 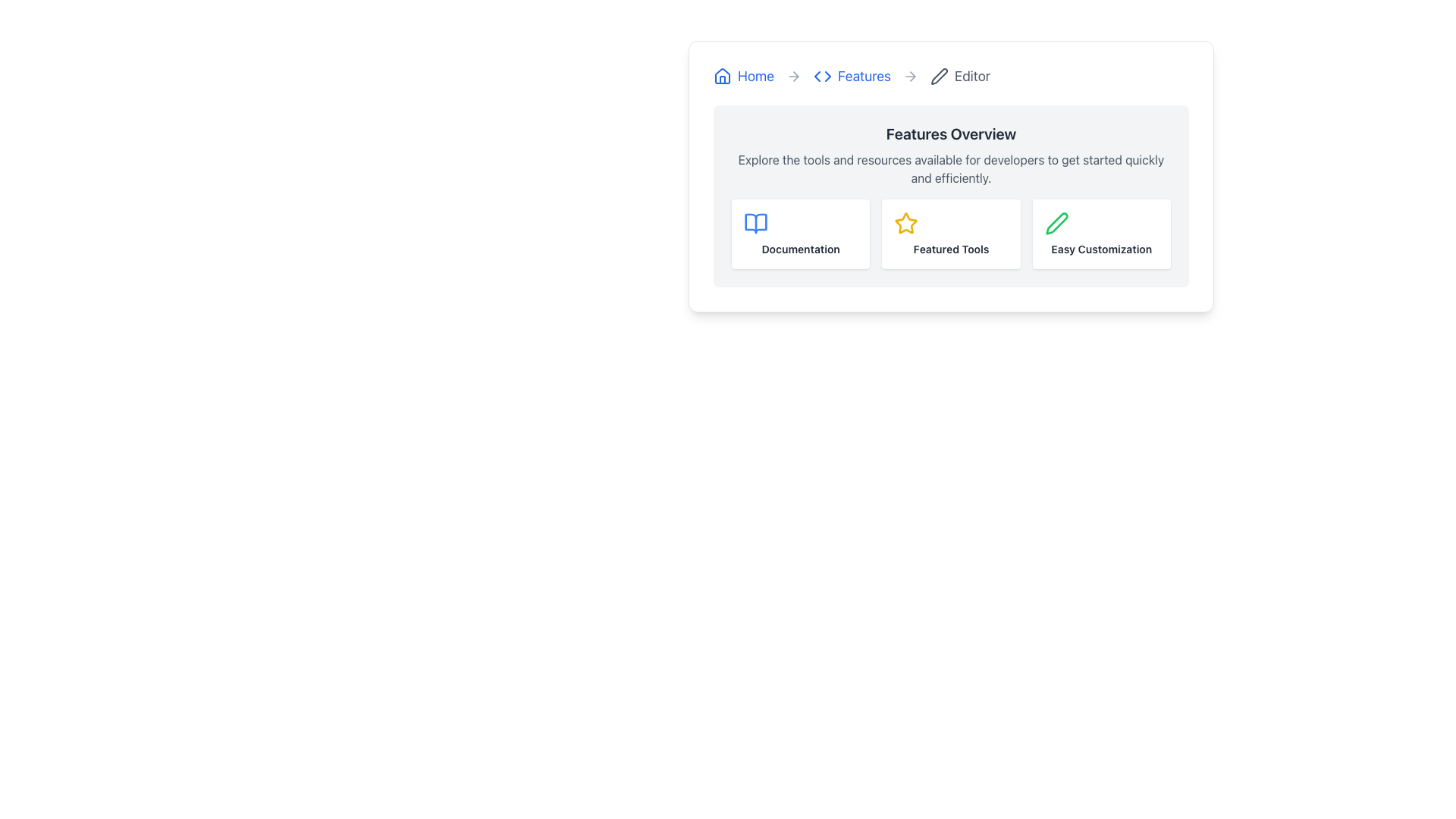 I want to click on the home icon in the breadcrumb navigation bar, so click(x=722, y=76).